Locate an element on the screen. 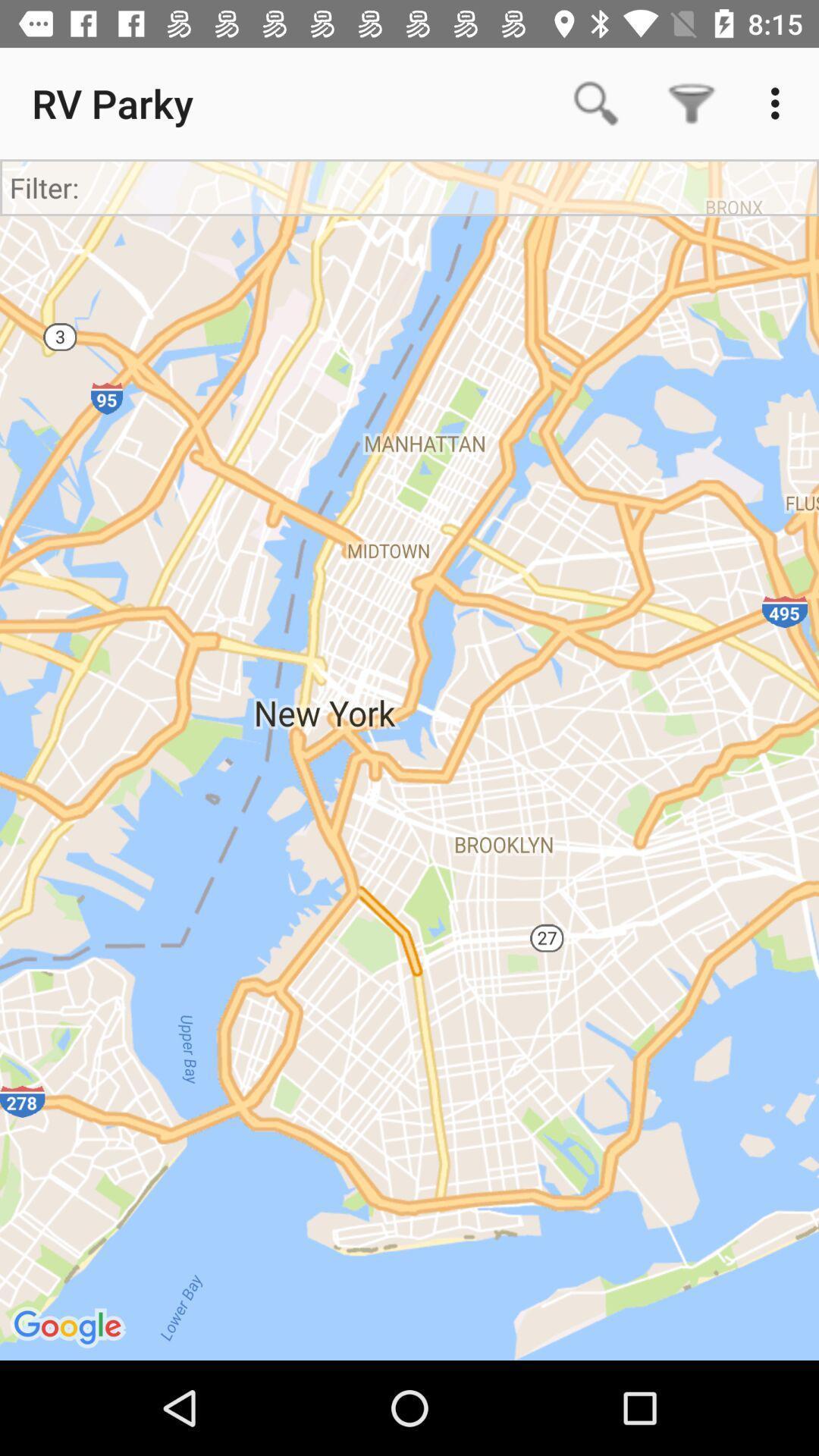 This screenshot has width=819, height=1456. app to the right of the rv parky is located at coordinates (595, 102).